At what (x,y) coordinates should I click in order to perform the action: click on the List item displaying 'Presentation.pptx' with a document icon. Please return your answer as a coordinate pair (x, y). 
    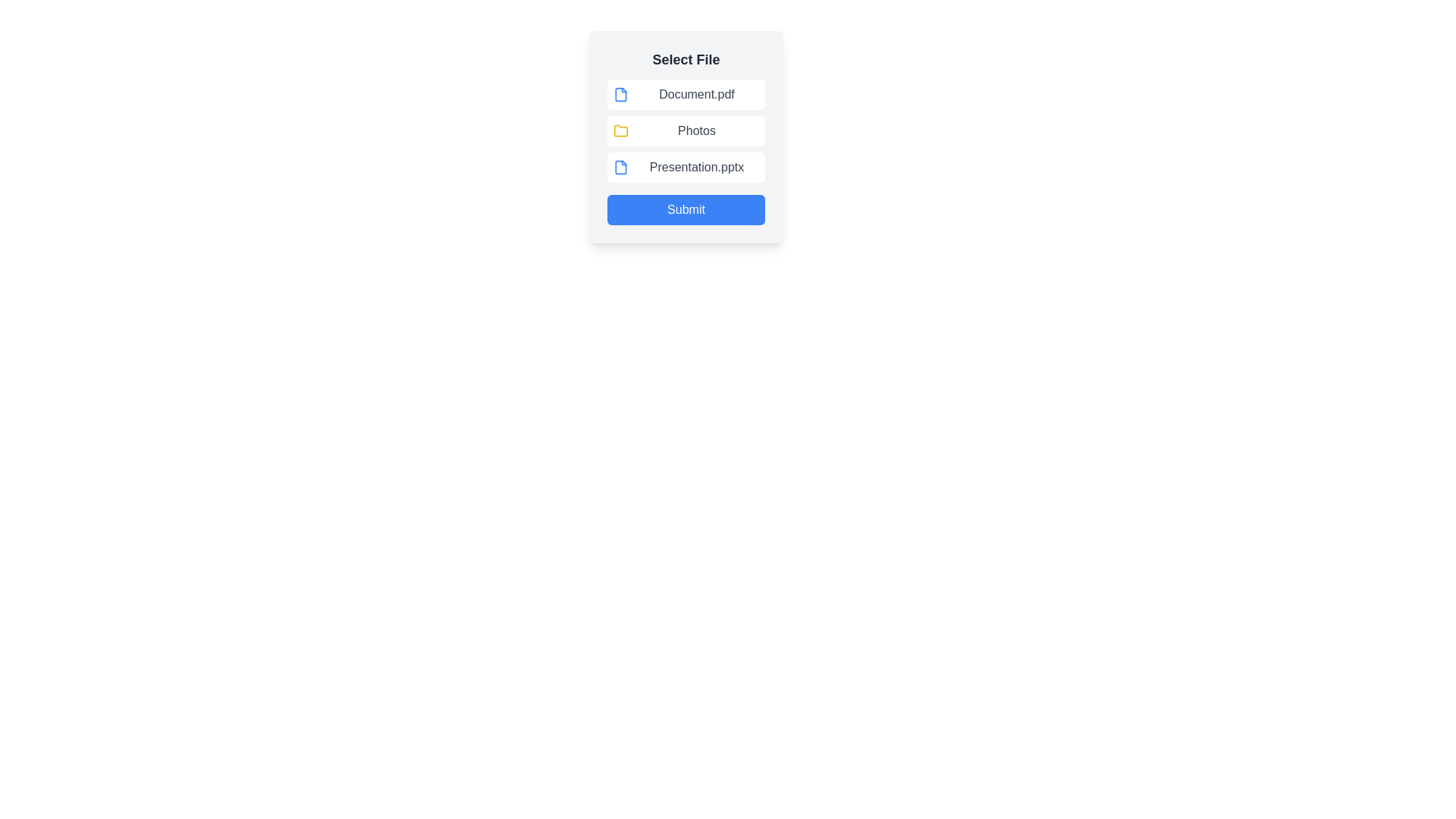
    Looking at the image, I should click on (686, 167).